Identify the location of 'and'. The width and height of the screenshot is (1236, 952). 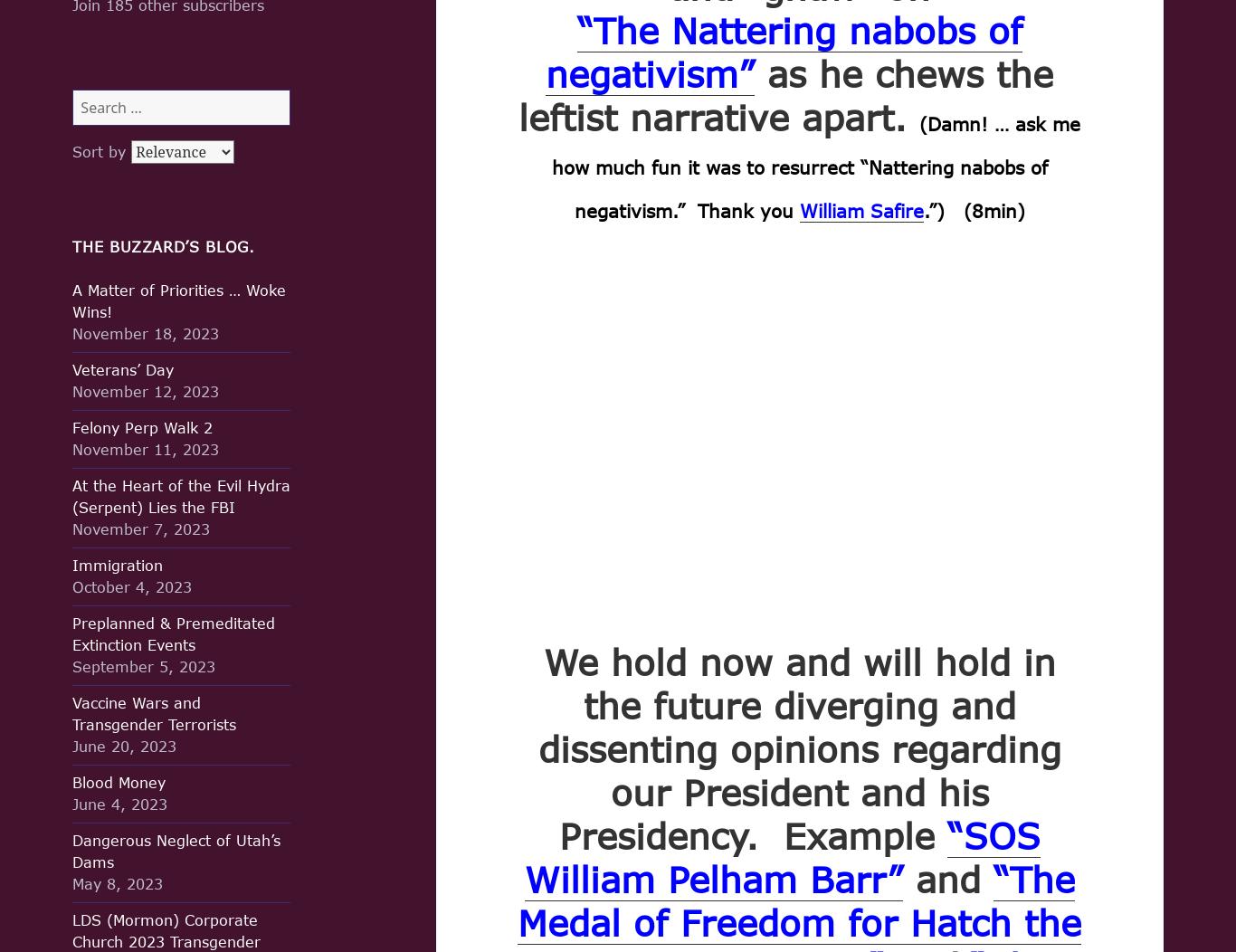
(946, 879).